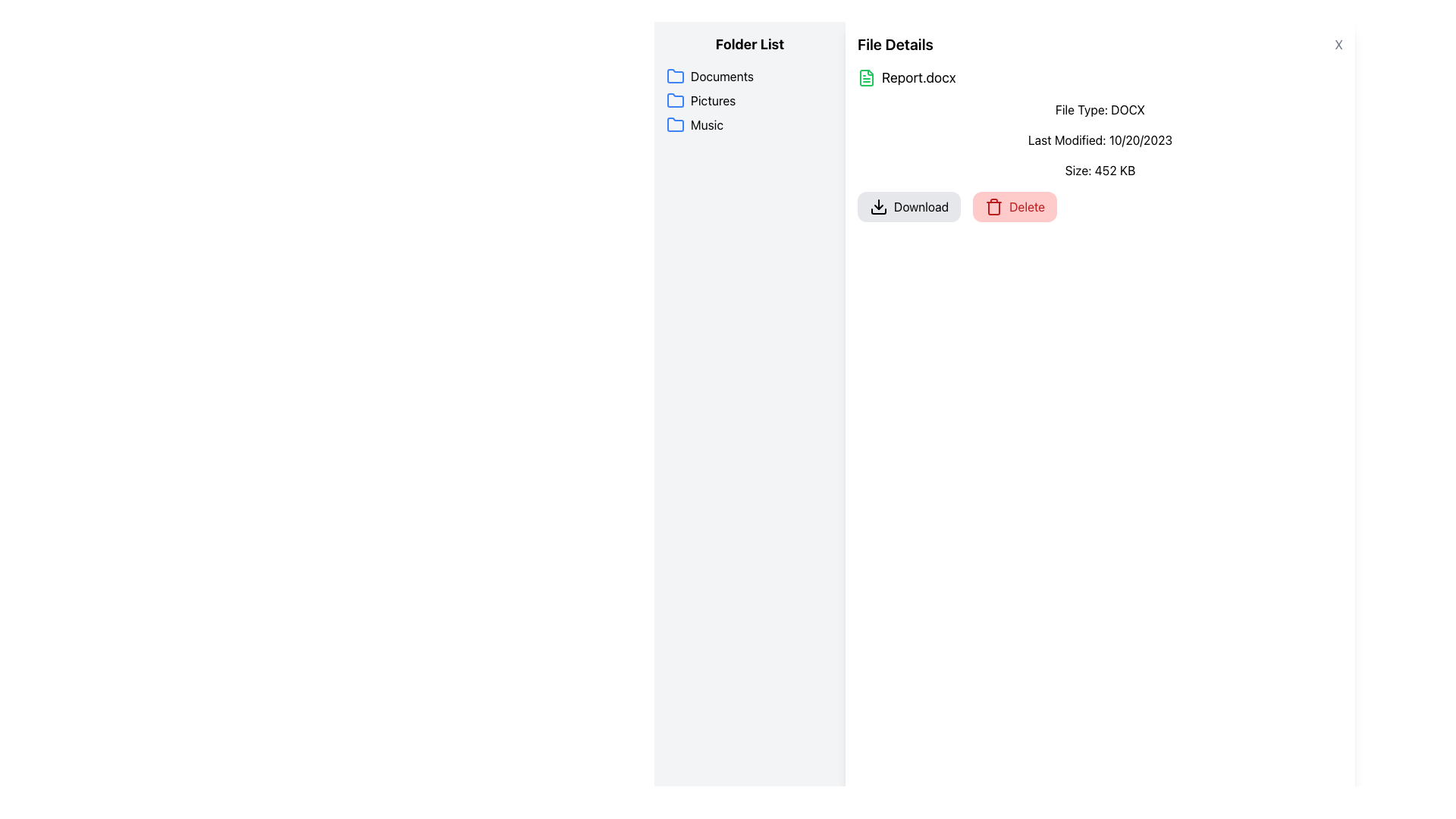 The width and height of the screenshot is (1456, 819). I want to click on the 'Pictures' folder link located in the left-aligned sidebar under 'Documents' and above 'Music', so click(749, 100).